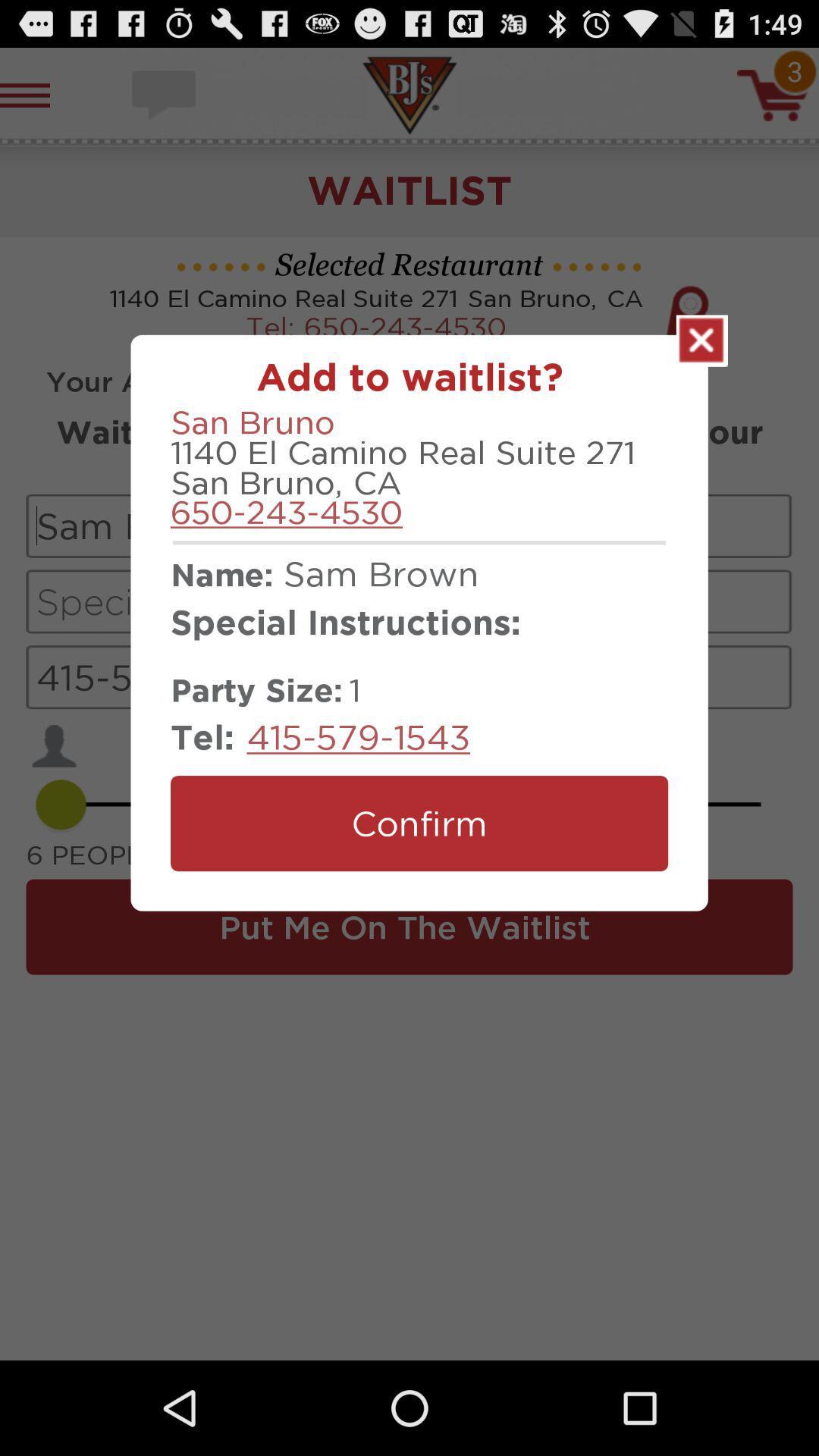  What do you see at coordinates (287, 512) in the screenshot?
I see `icon below the 1140 el camino app` at bounding box center [287, 512].